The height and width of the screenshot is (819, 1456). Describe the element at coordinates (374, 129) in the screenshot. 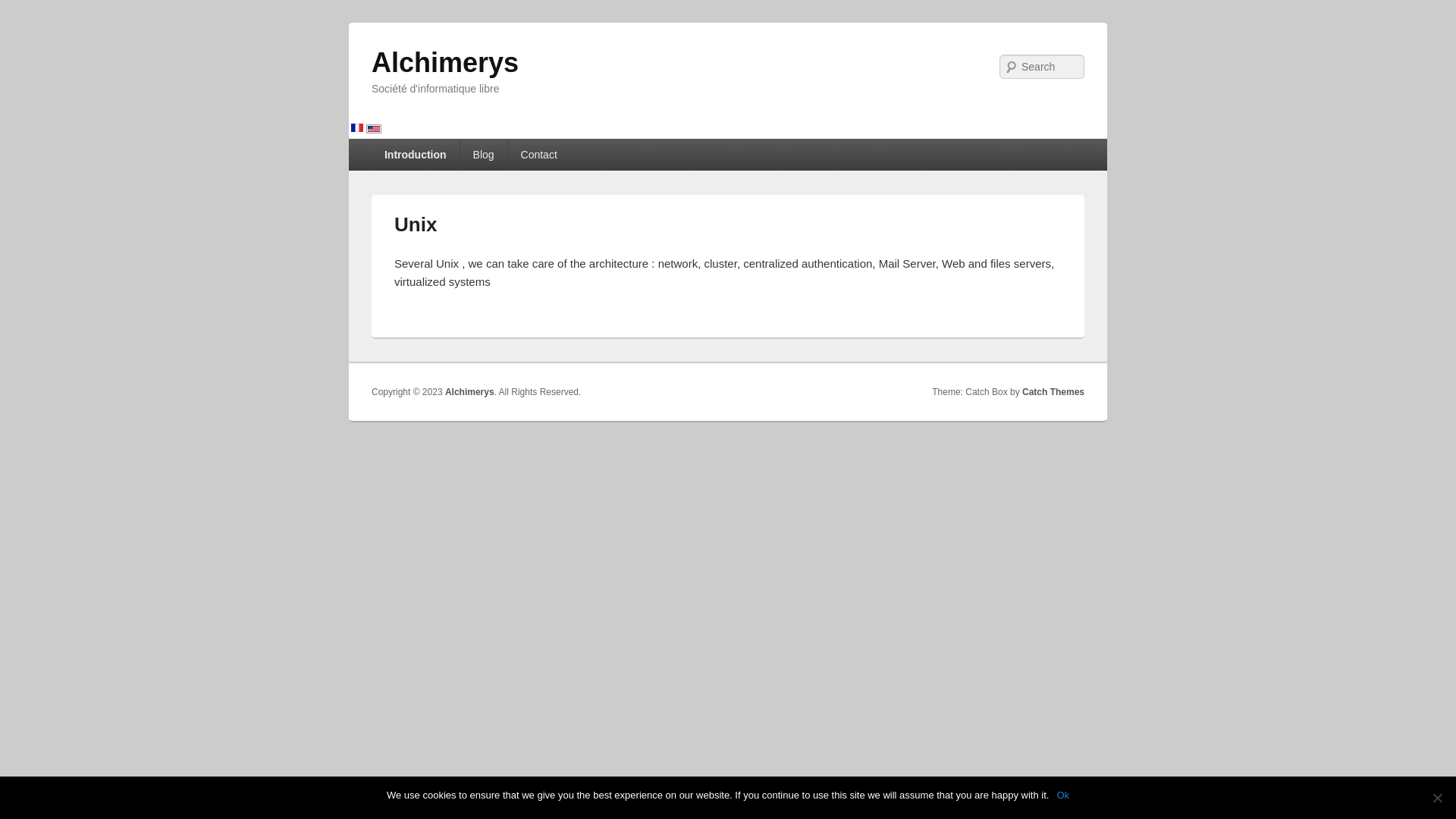

I see `'English'` at that location.